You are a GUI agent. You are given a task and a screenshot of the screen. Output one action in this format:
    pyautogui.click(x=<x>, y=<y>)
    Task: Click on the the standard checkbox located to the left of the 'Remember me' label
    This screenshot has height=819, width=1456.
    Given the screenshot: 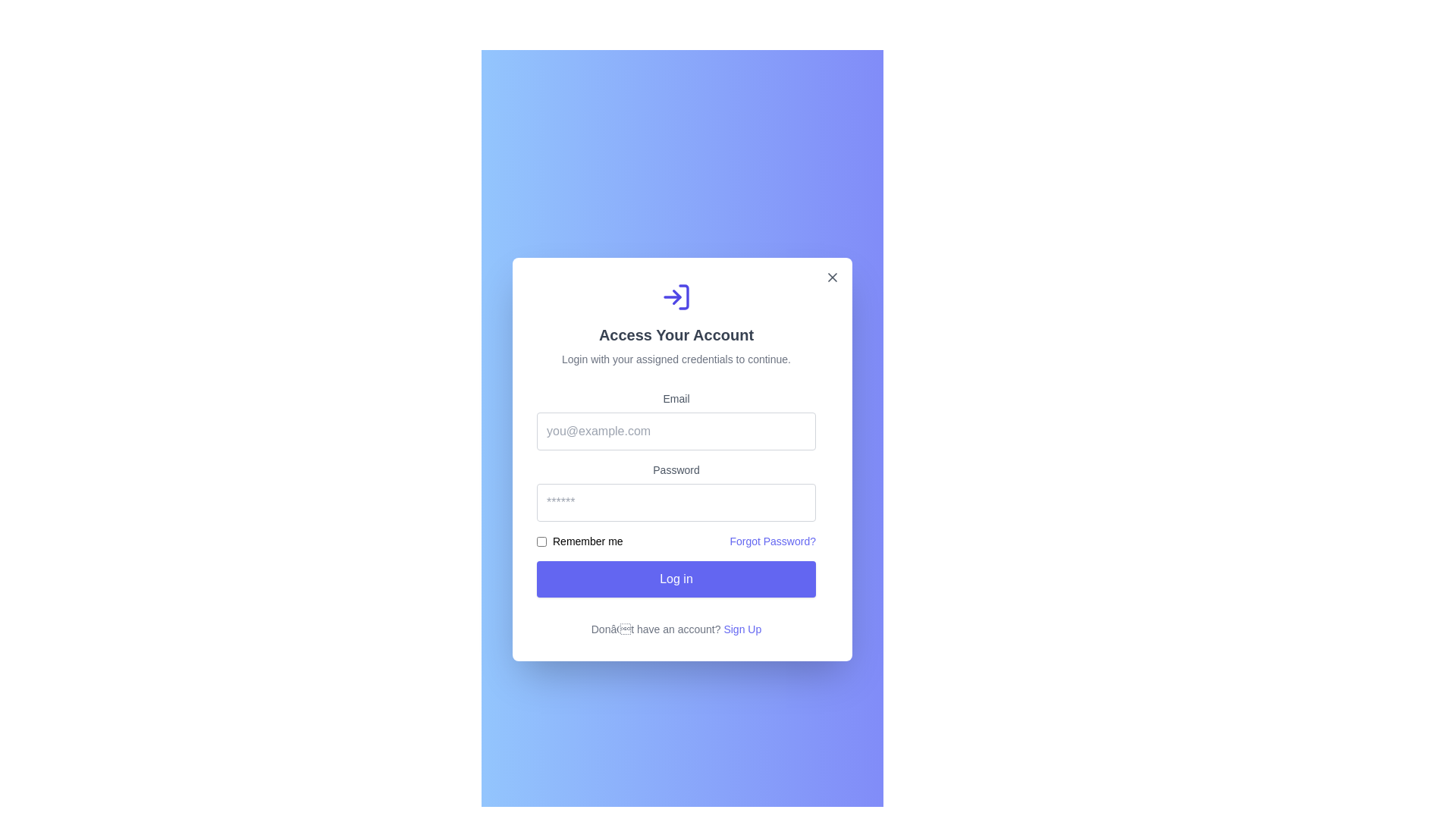 What is the action you would take?
    pyautogui.click(x=541, y=540)
    